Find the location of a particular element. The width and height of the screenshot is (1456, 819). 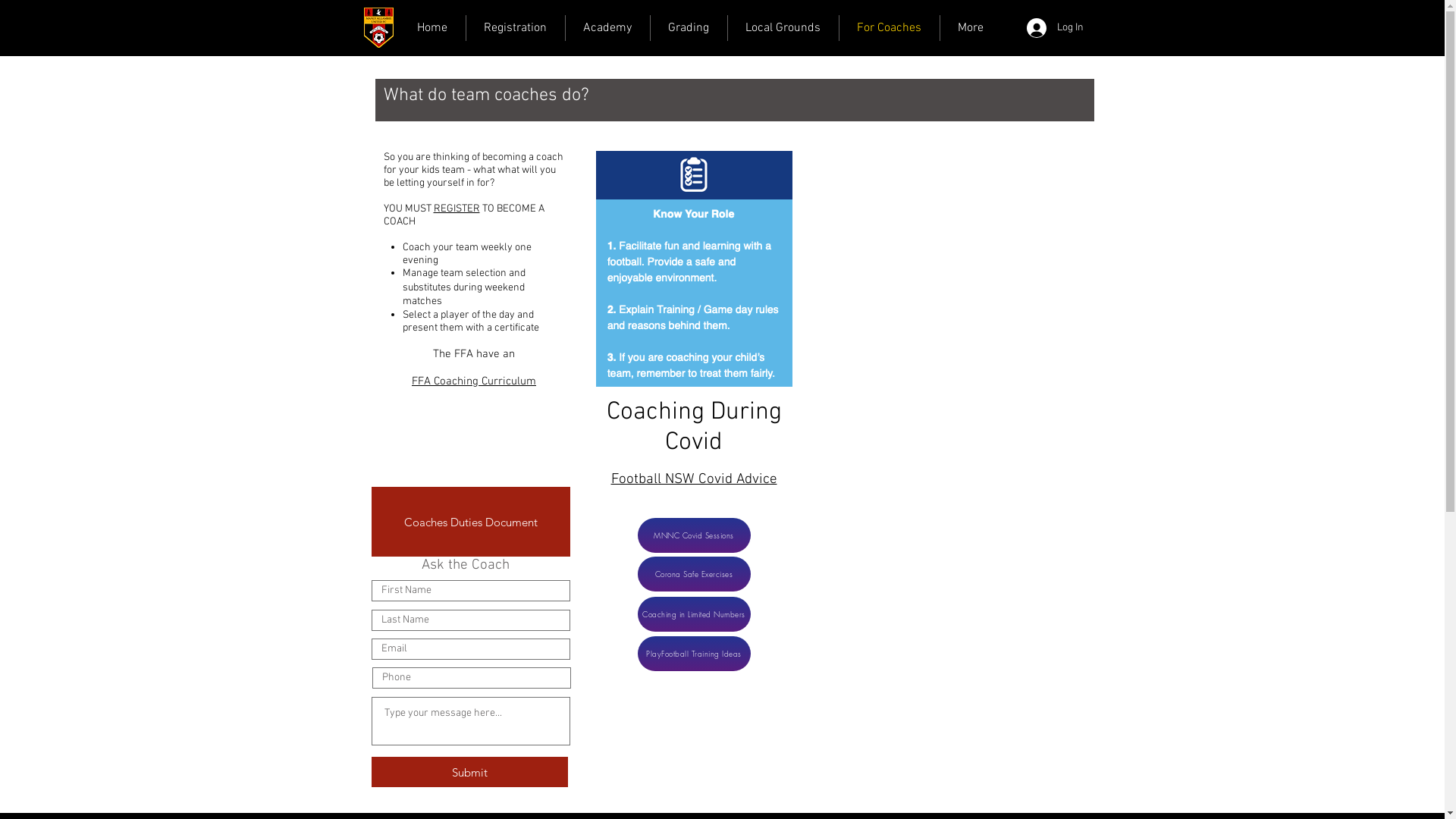

'For Coaches' is located at coordinates (888, 28).